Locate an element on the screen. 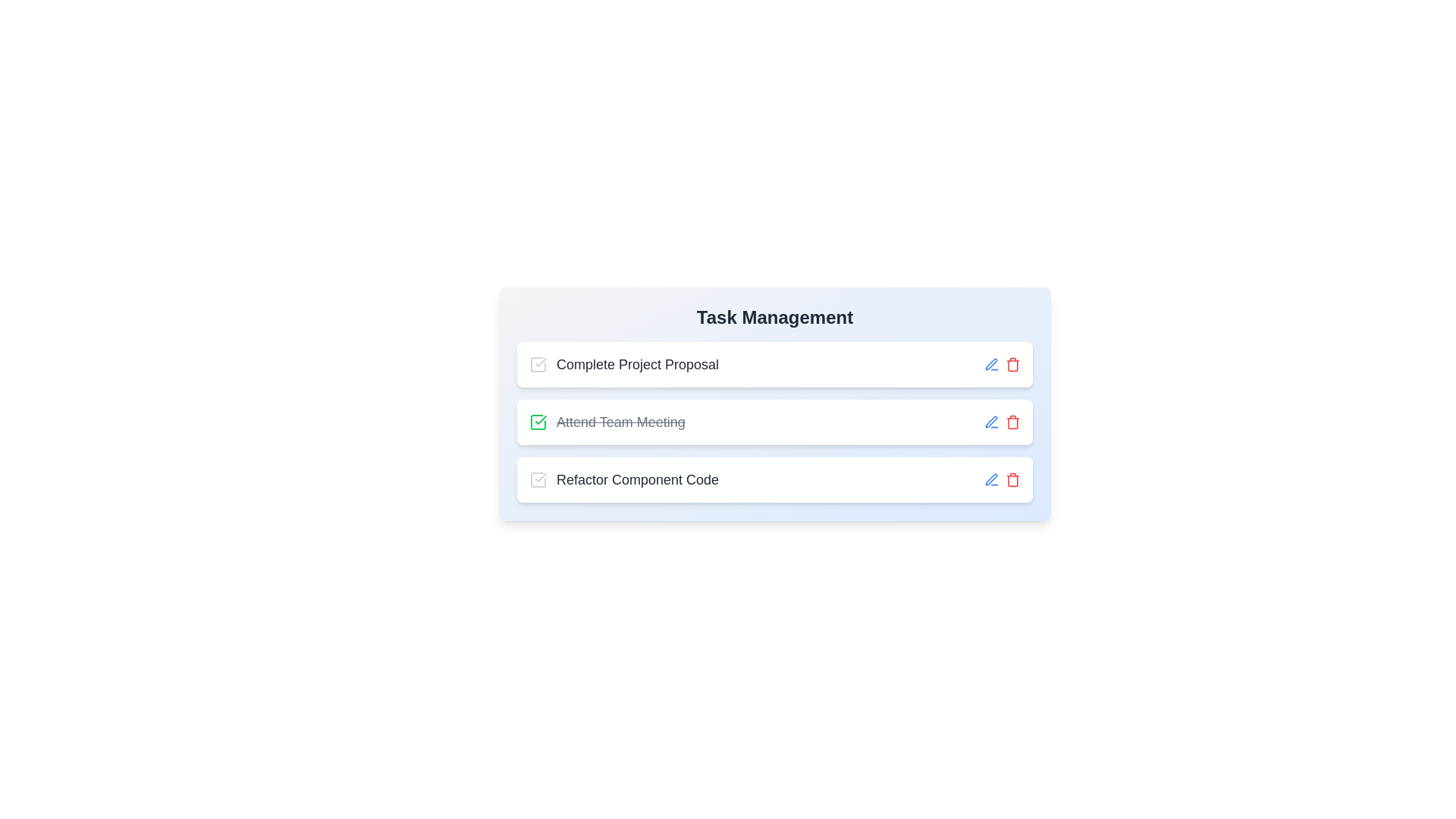 The width and height of the screenshot is (1456, 819). the Text label indicating a completed task, which is the second item in a vertical list and has a strikethrough style is located at coordinates (607, 422).